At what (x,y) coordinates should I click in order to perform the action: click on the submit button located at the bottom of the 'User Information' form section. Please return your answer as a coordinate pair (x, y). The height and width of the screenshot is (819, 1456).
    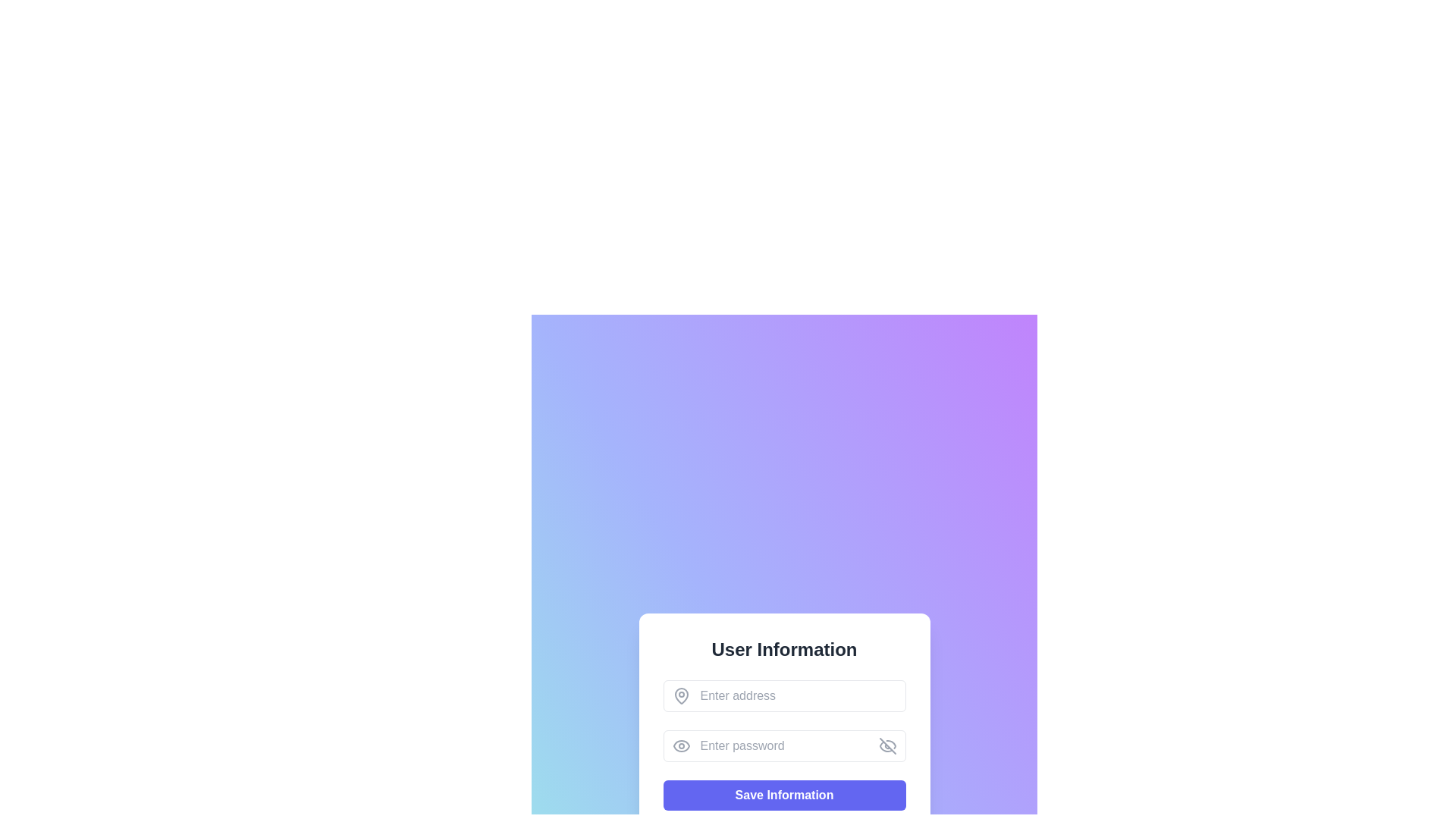
    Looking at the image, I should click on (784, 795).